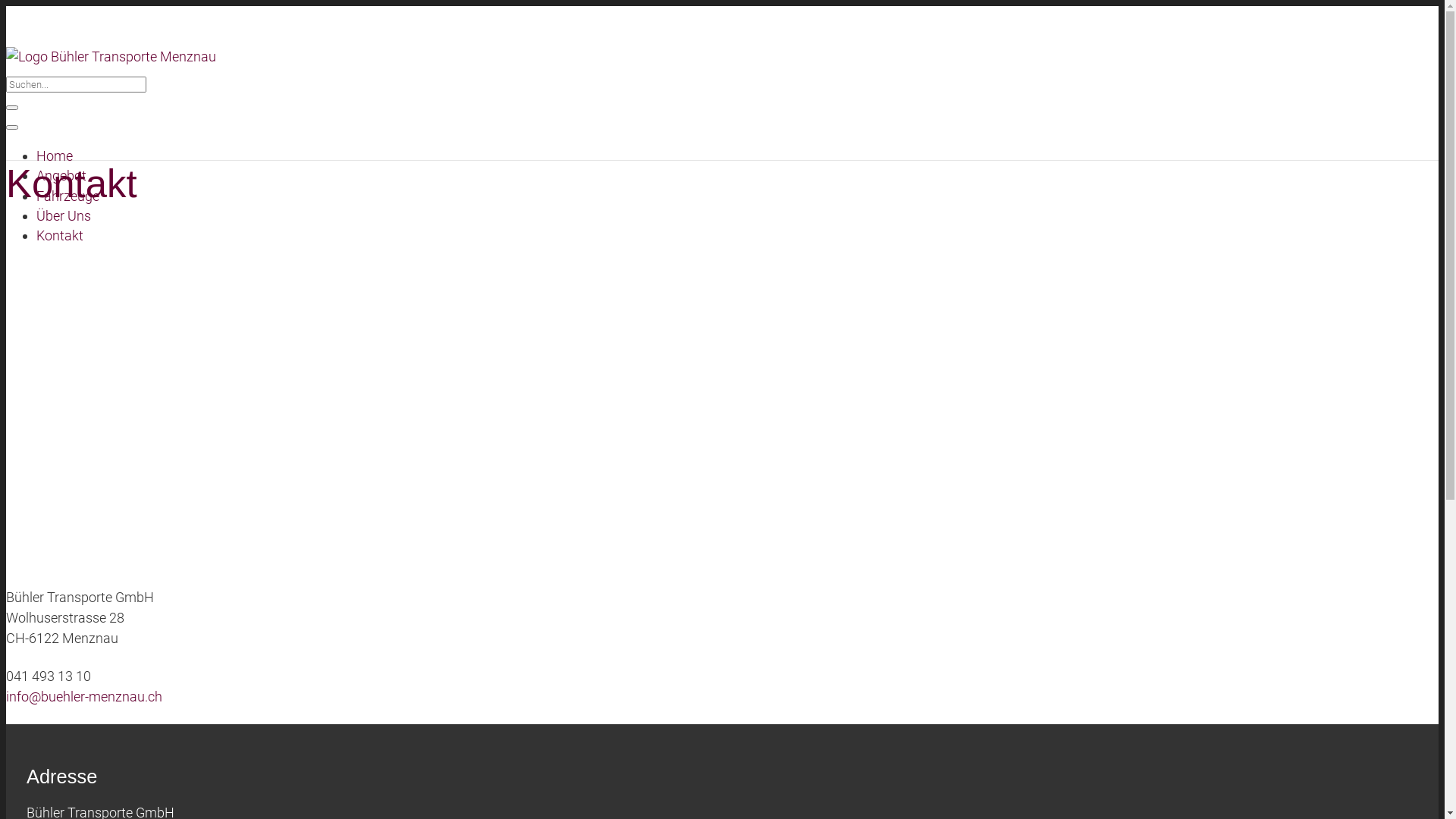 Image resolution: width=1456 pixels, height=819 pixels. I want to click on 'Kontakt', so click(59, 235).